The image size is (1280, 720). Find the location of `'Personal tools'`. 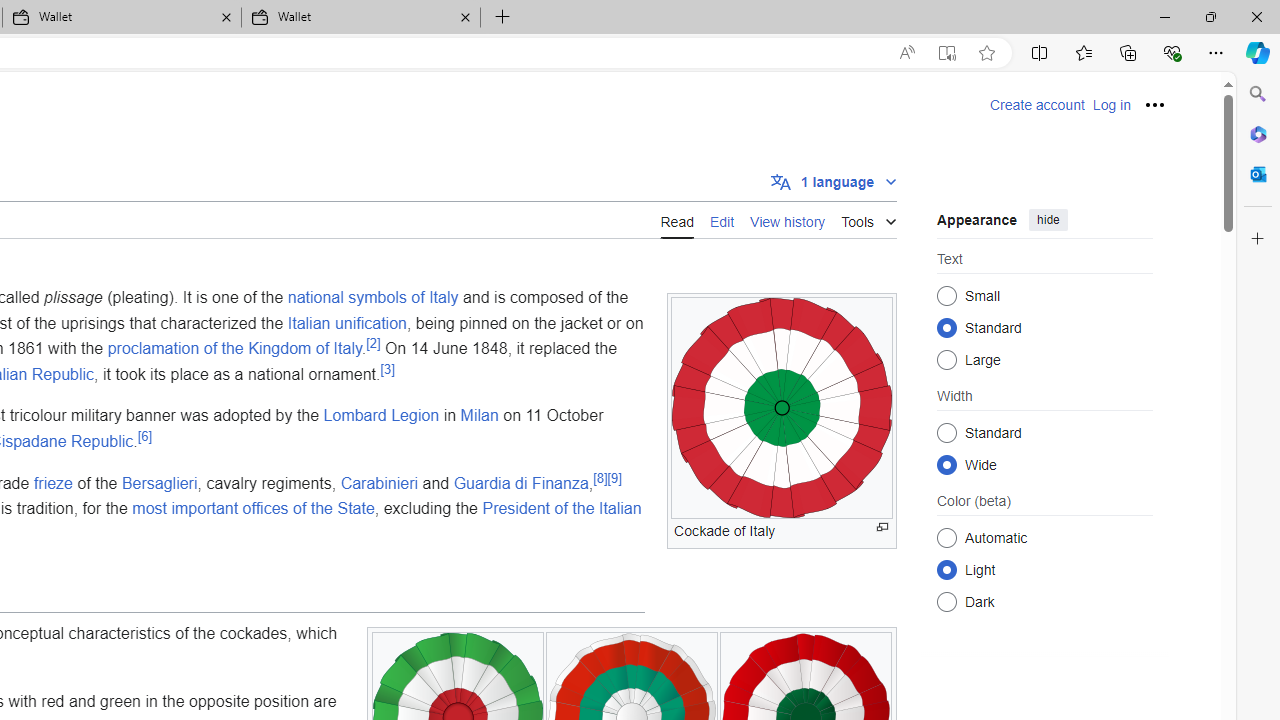

'Personal tools' is located at coordinates (1155, 105).